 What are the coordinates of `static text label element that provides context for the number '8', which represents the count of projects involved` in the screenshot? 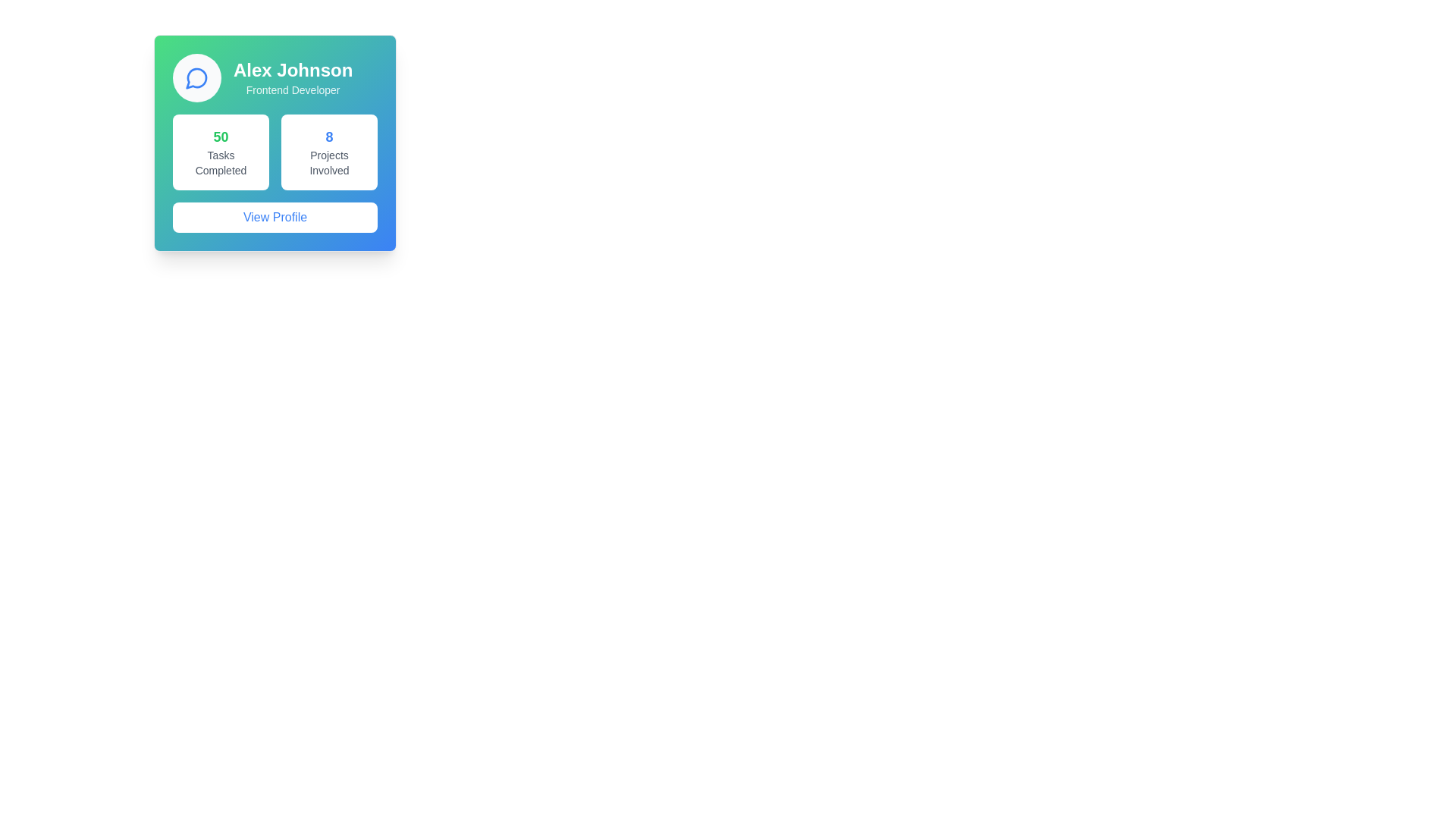 It's located at (328, 163).